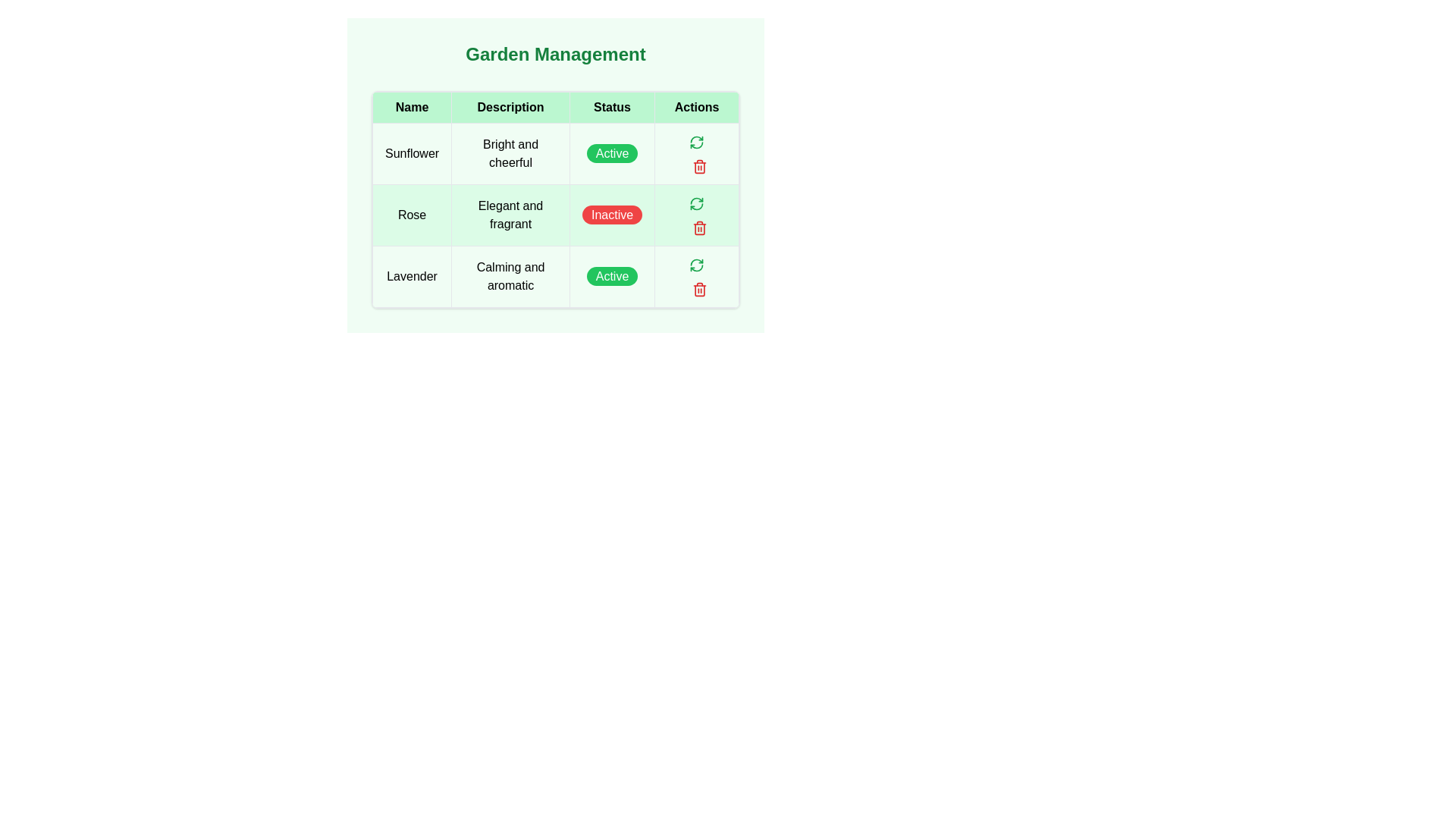 The height and width of the screenshot is (819, 1456). What do you see at coordinates (696, 215) in the screenshot?
I see `the Interactive icon group for the item 'Rose', which includes options to reset and delete the item` at bounding box center [696, 215].